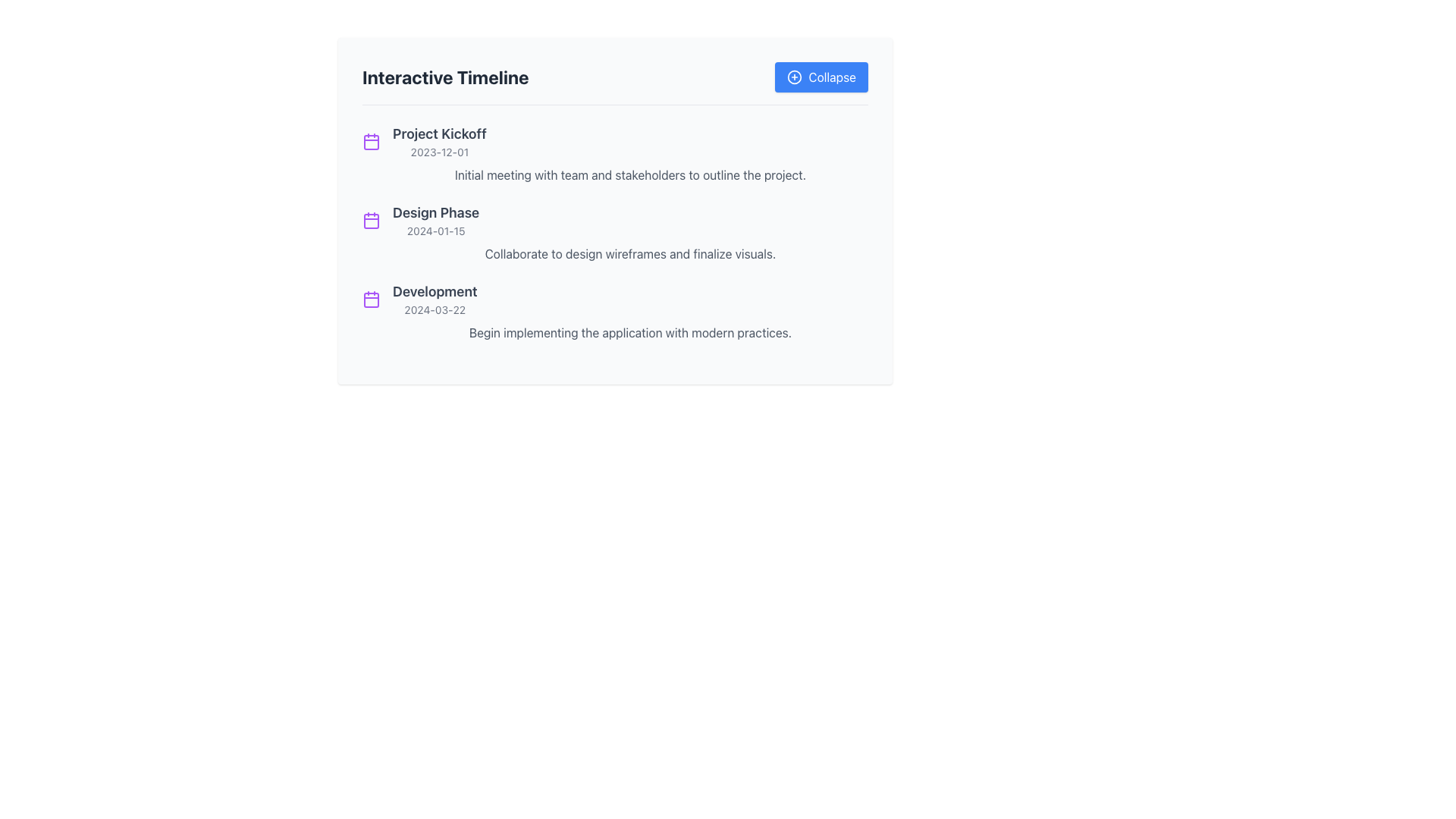 Image resolution: width=1456 pixels, height=819 pixels. Describe the element at coordinates (438, 133) in the screenshot. I see `header text of the first item in the interactive timeline, located to the left of the small calendar icon and above the date text ('2023-12-01')` at that location.